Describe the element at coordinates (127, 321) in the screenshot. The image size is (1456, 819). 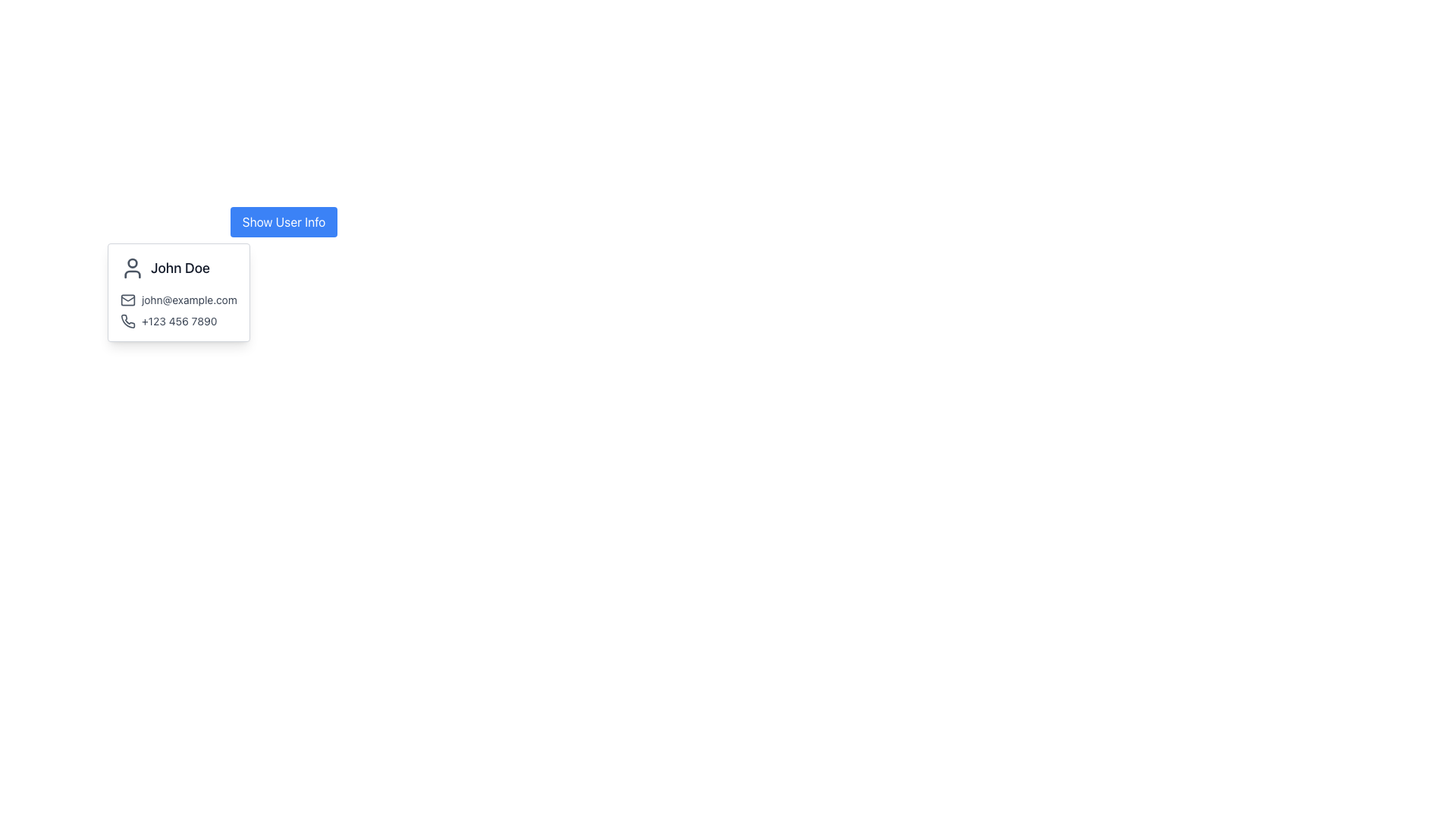
I see `the gray telephone handset icon located to the left of the phone number '+123 456 7890' for interaction` at that location.